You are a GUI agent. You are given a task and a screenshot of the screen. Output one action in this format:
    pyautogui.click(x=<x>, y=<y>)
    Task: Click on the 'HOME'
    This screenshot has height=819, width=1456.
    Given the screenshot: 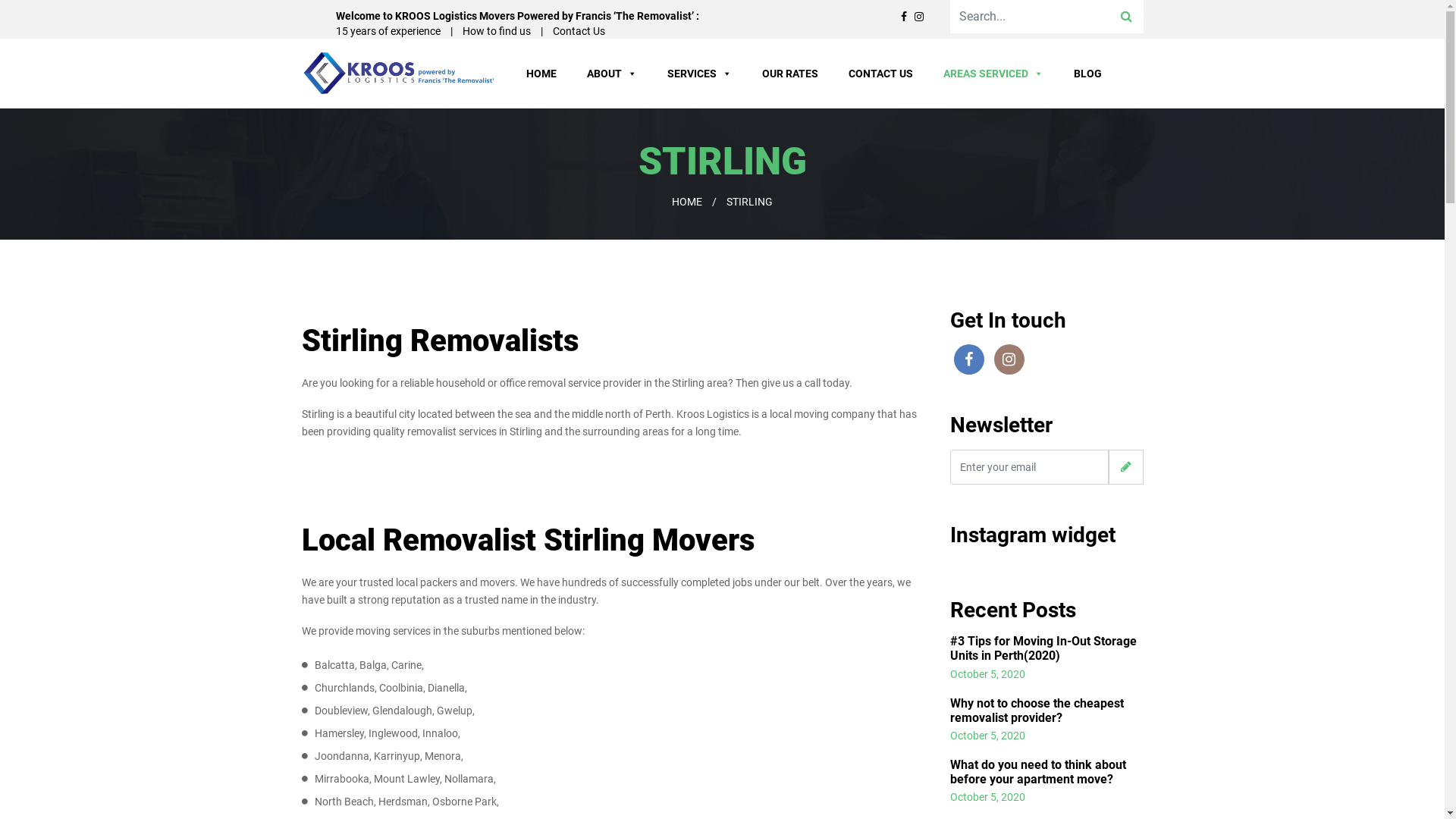 What is the action you would take?
    pyautogui.click(x=686, y=201)
    